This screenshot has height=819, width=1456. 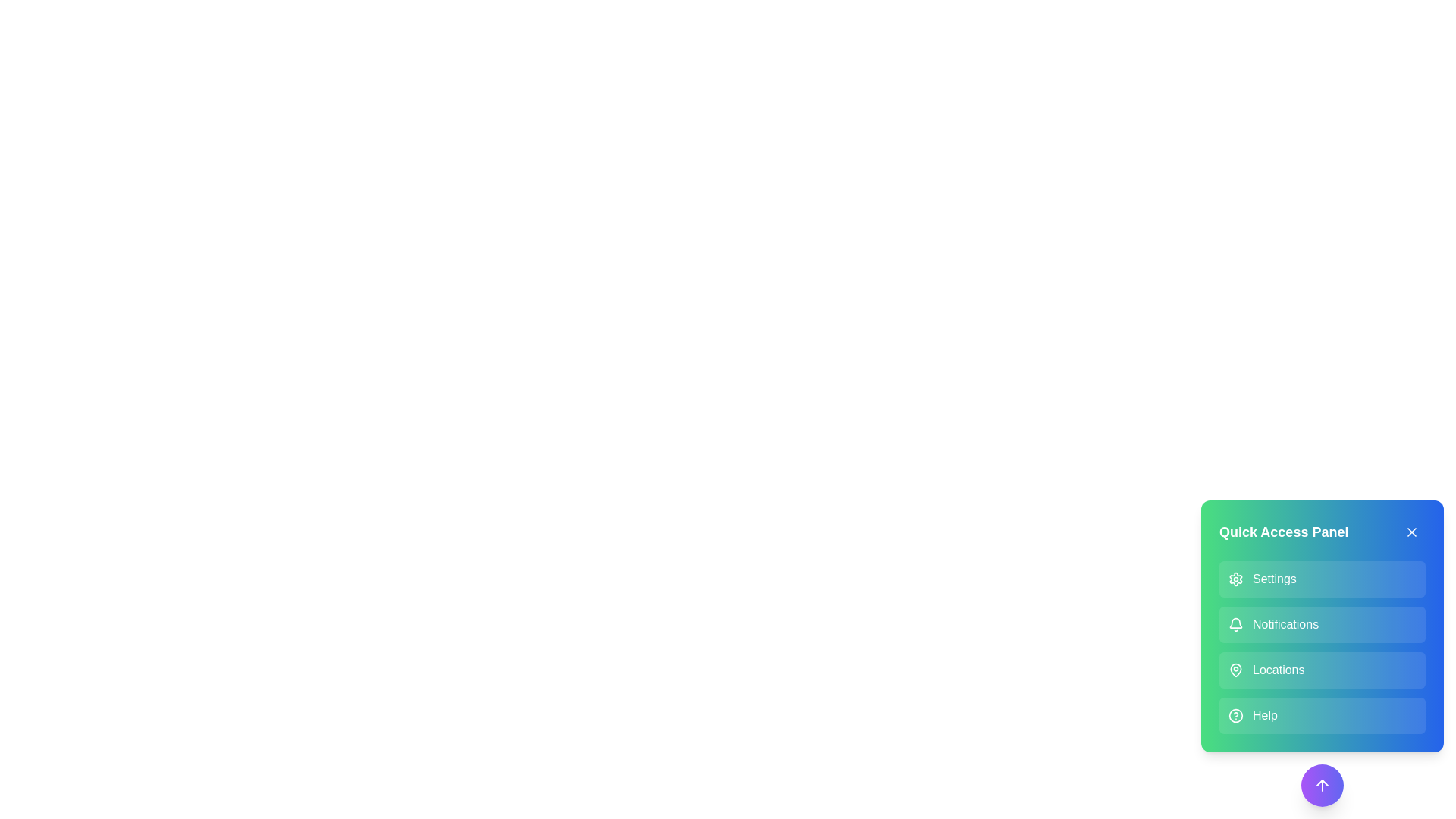 What do you see at coordinates (1321, 785) in the screenshot?
I see `the 'Scroll to Top' button located at the bottom-right corner of the quick access panel` at bounding box center [1321, 785].